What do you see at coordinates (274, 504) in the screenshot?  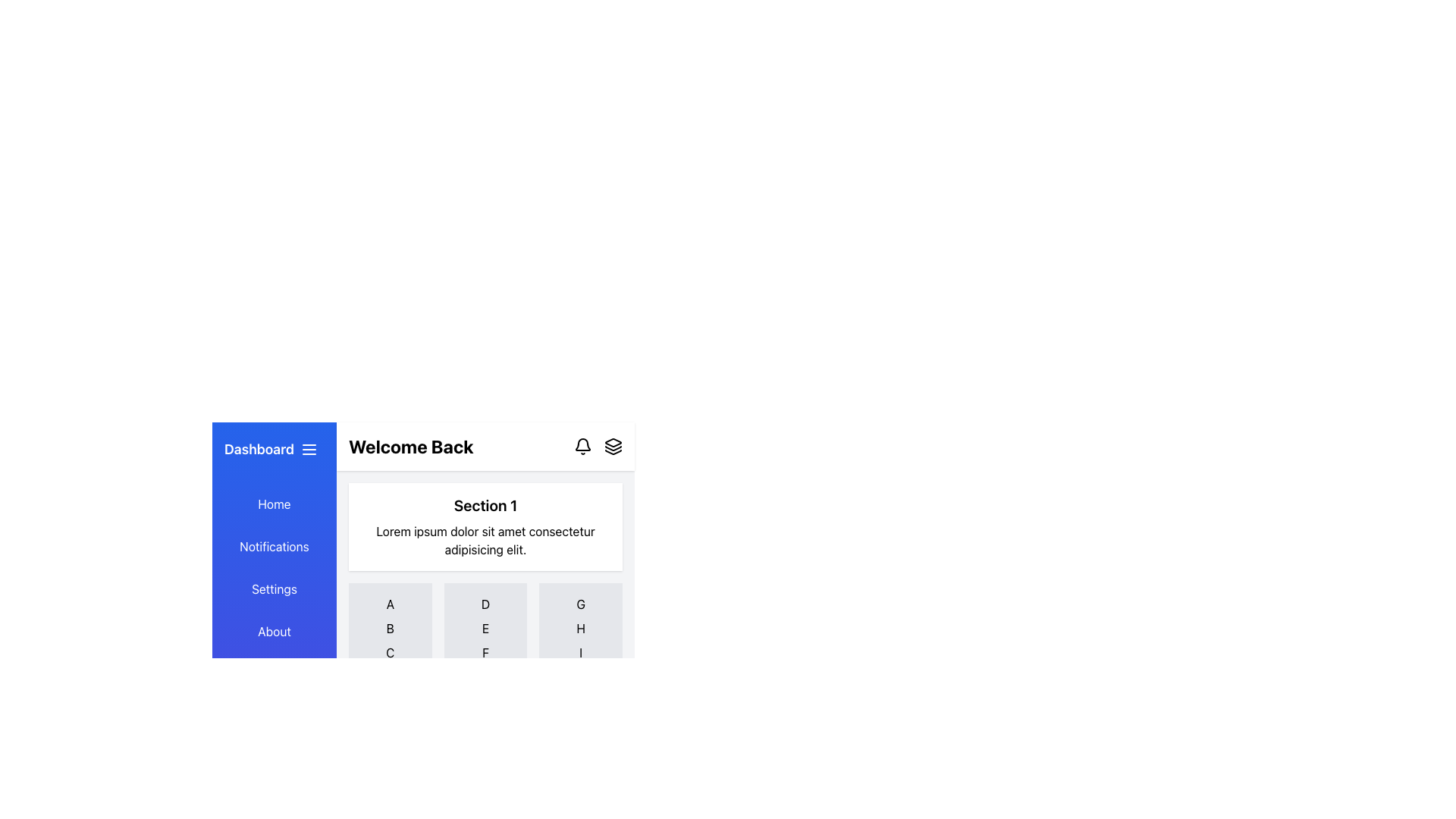 I see `the 'Home' text label in the vertical navigation menu` at bounding box center [274, 504].